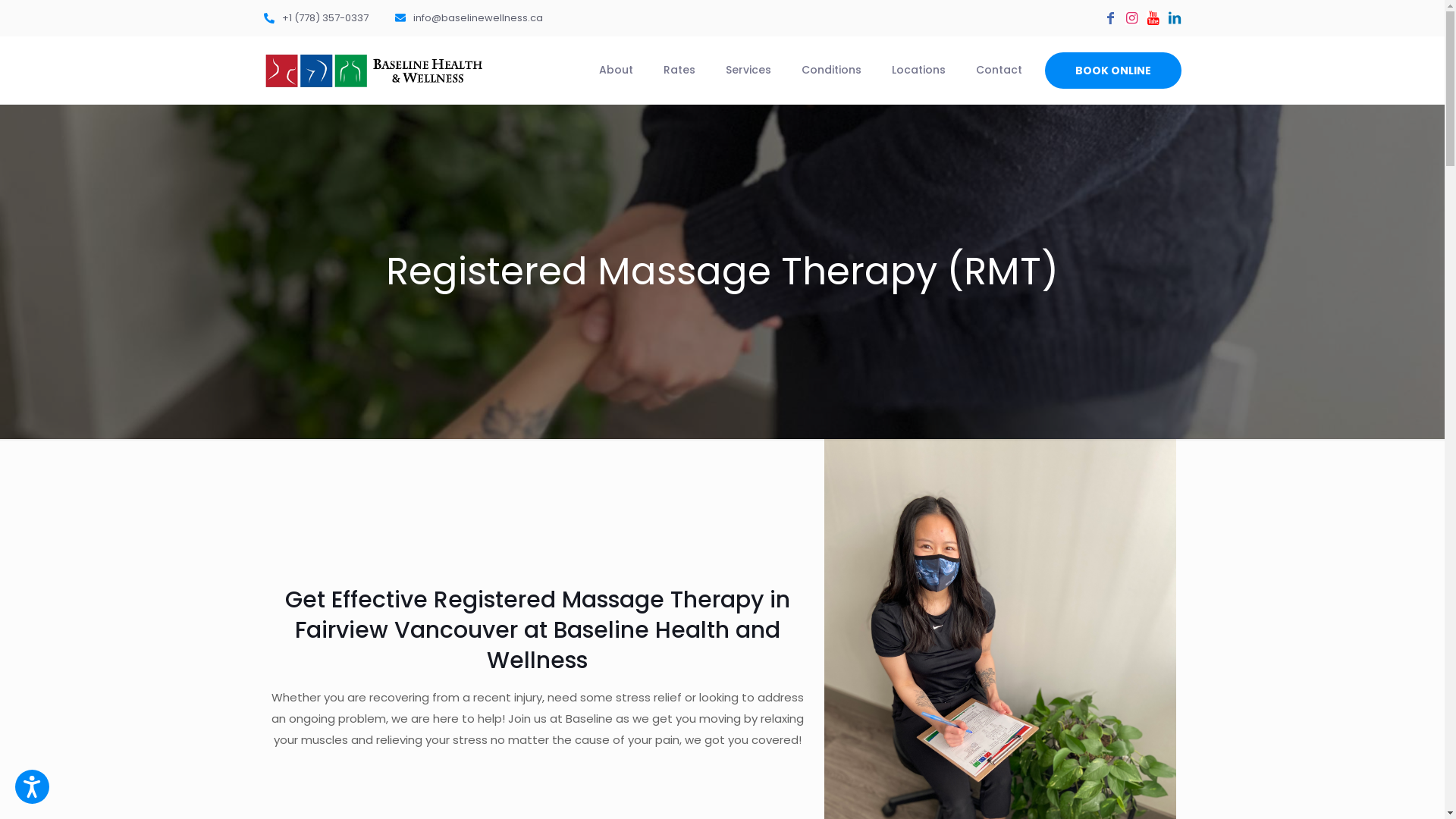 The image size is (1456, 819). What do you see at coordinates (918, 70) in the screenshot?
I see `'Locations'` at bounding box center [918, 70].